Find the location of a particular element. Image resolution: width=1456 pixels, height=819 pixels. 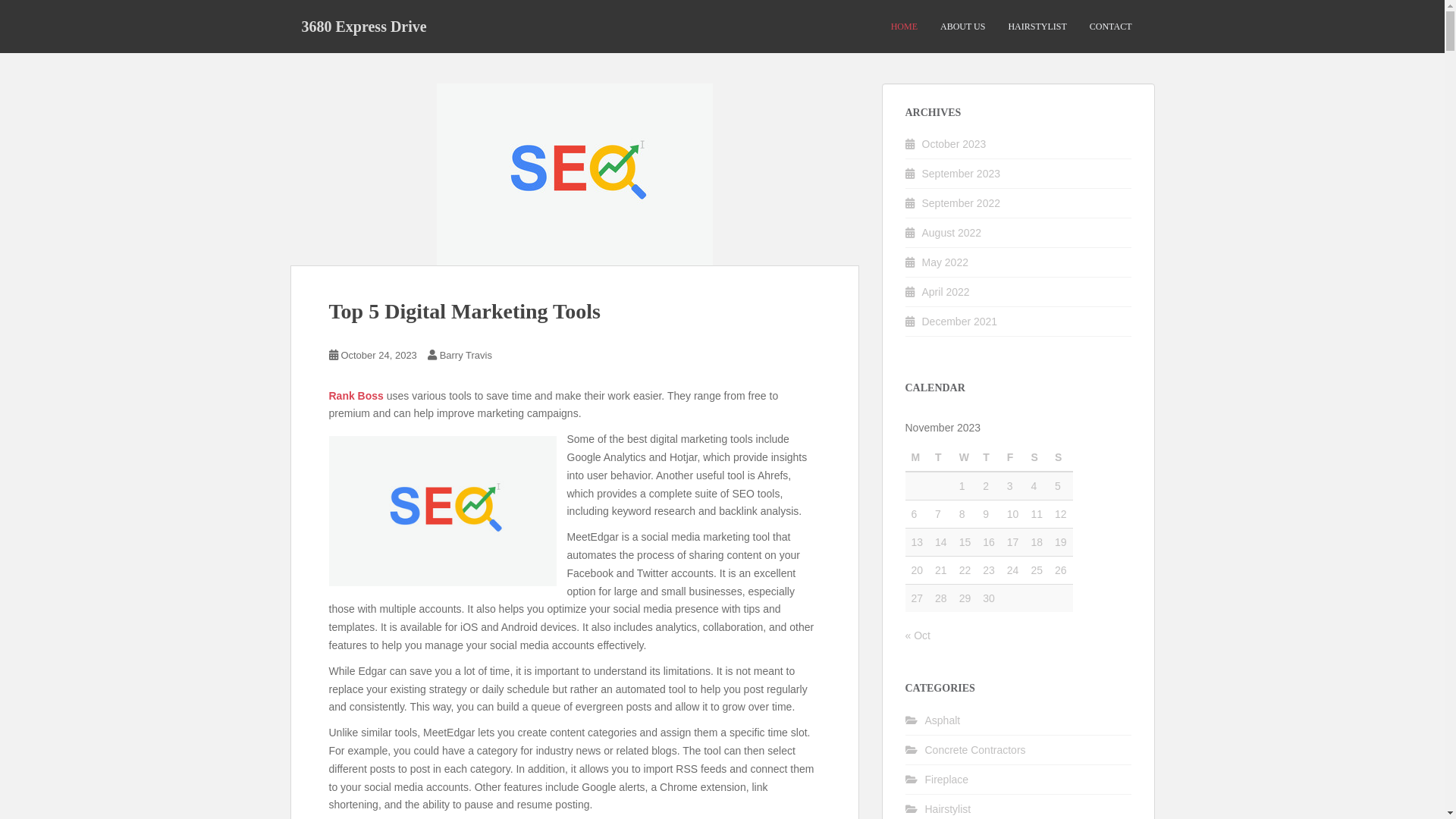

'HAIRSTYLIST' is located at coordinates (1036, 26).